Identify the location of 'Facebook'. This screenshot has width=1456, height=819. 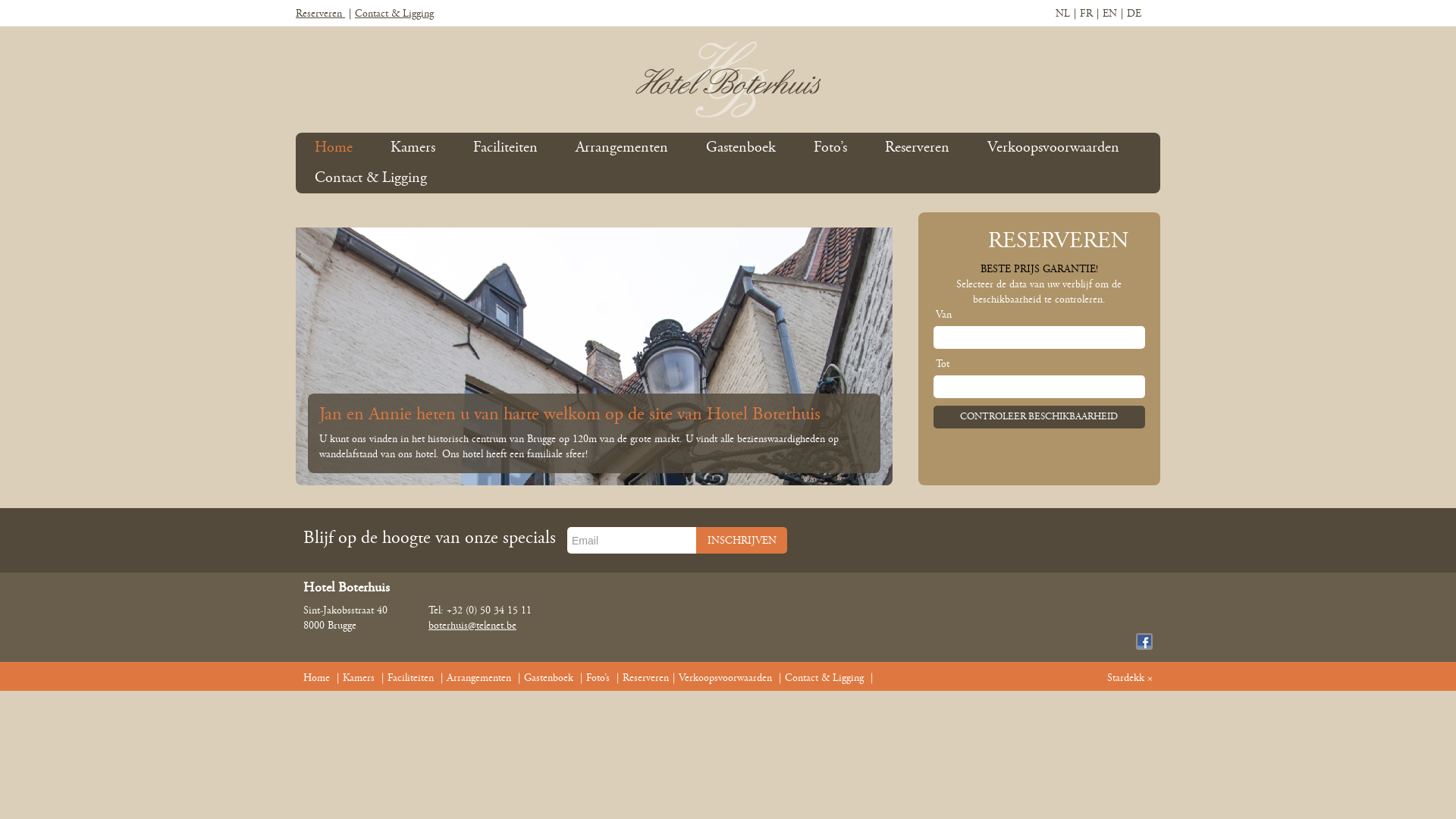
(1144, 641).